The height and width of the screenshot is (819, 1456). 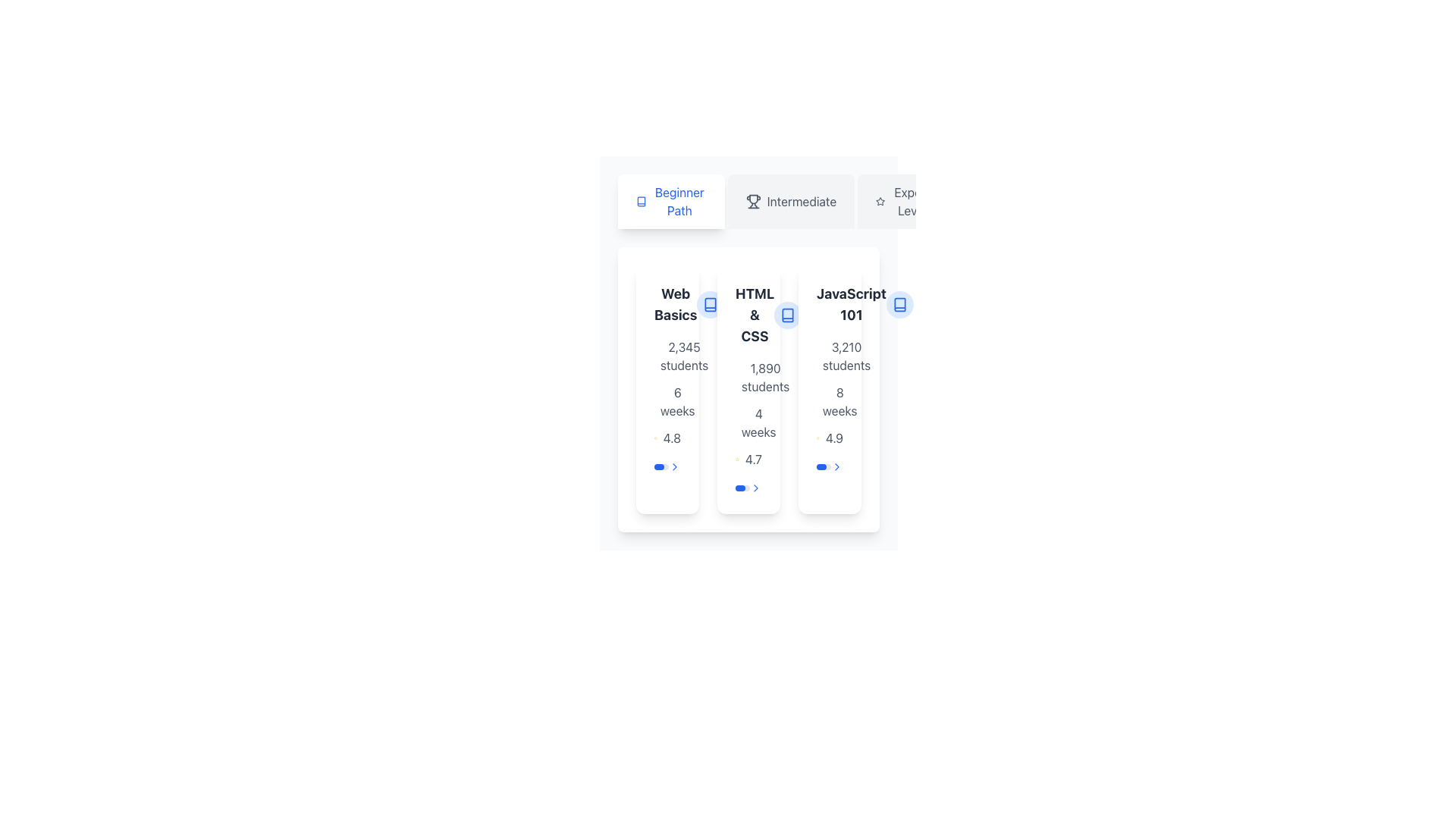 What do you see at coordinates (755, 488) in the screenshot?
I see `the chevron icon located on the right side of the horizontal layout with a progress bar indicating 70% progress for visual feedback` at bounding box center [755, 488].